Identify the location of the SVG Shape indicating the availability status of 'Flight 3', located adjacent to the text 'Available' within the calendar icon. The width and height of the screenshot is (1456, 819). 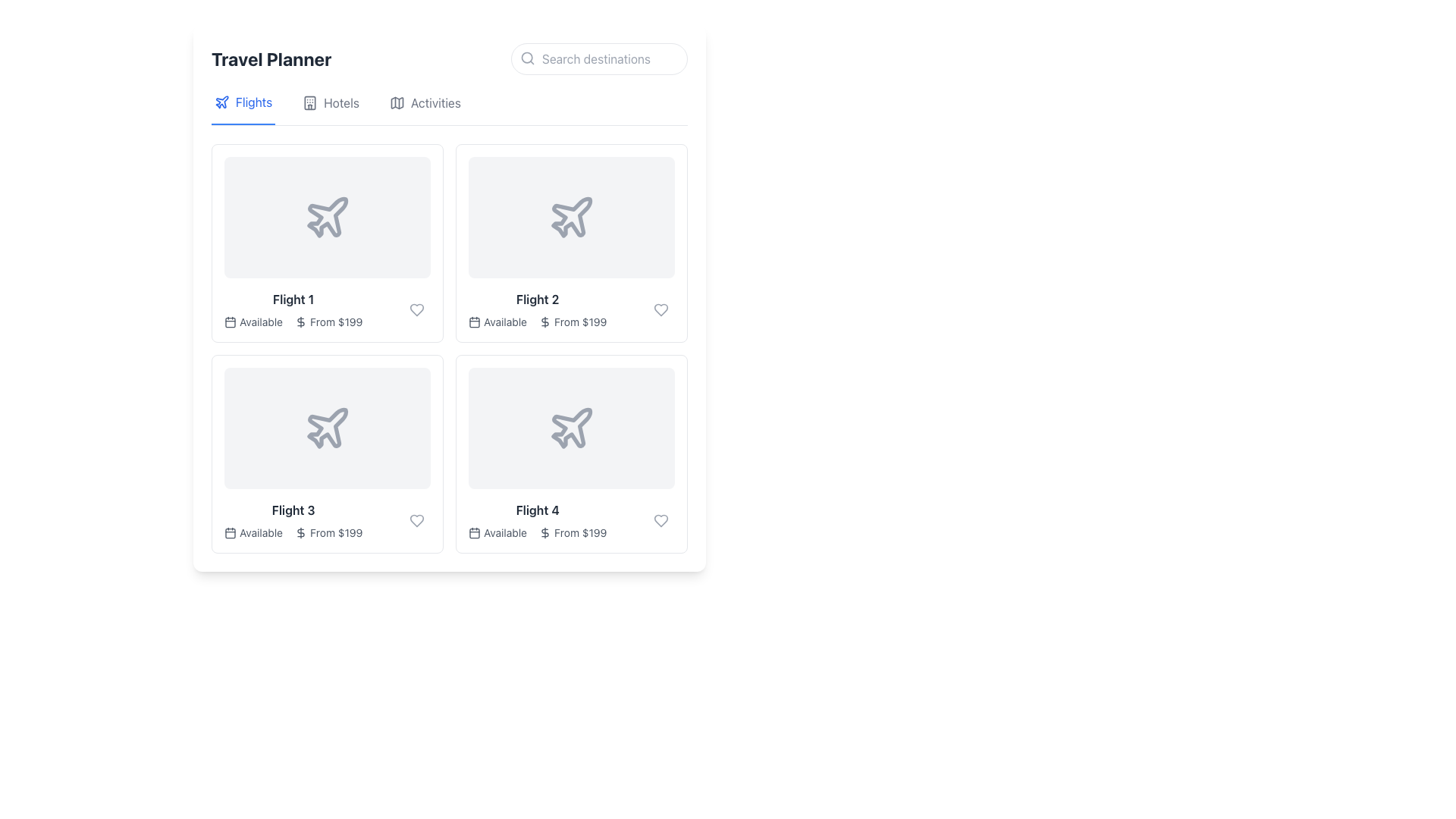
(229, 532).